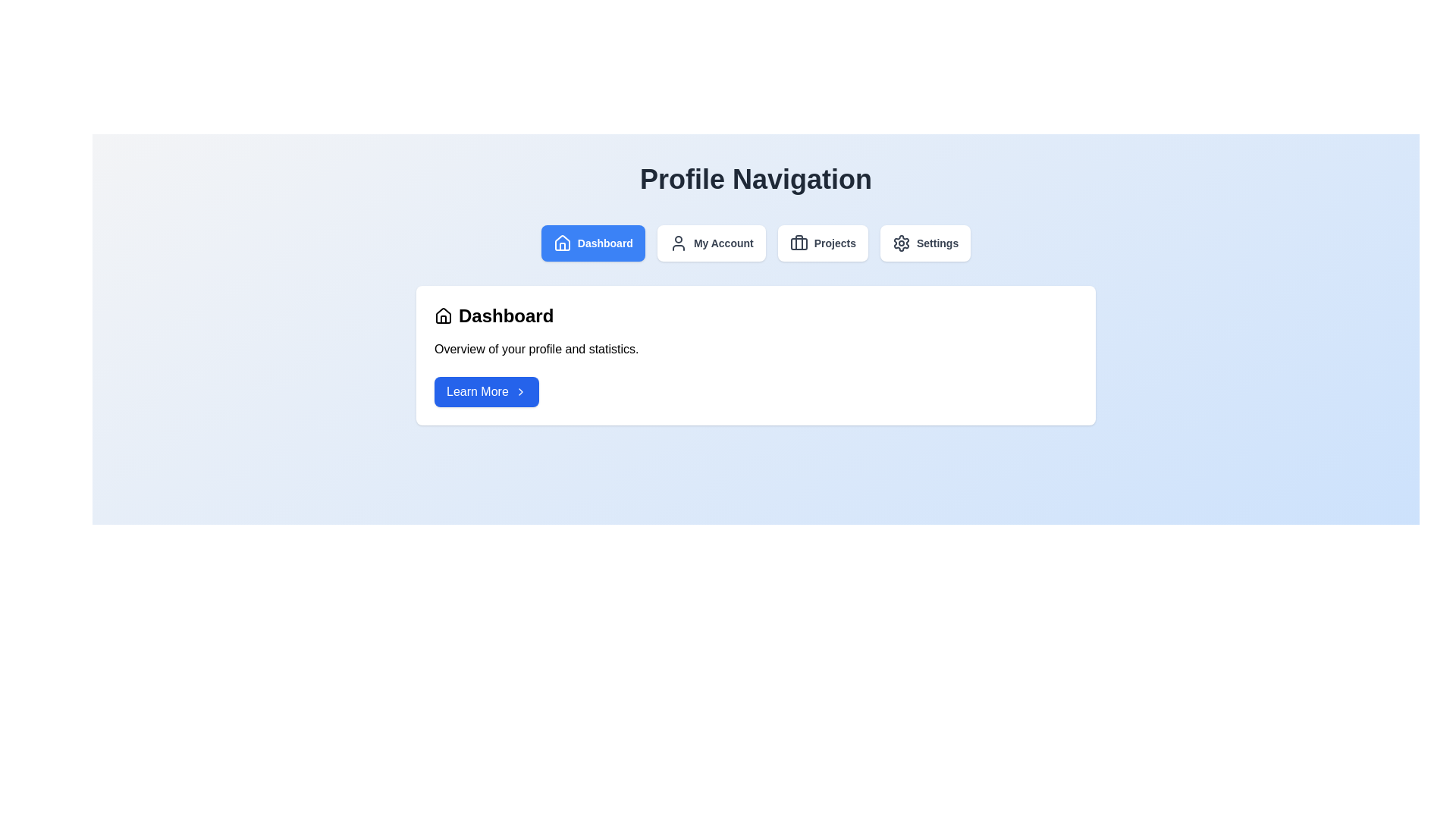 This screenshot has width=1456, height=819. I want to click on the vertical line handle of the briefcase icon located in the Profile Navigation menu within the 'Projects' button, so click(798, 242).